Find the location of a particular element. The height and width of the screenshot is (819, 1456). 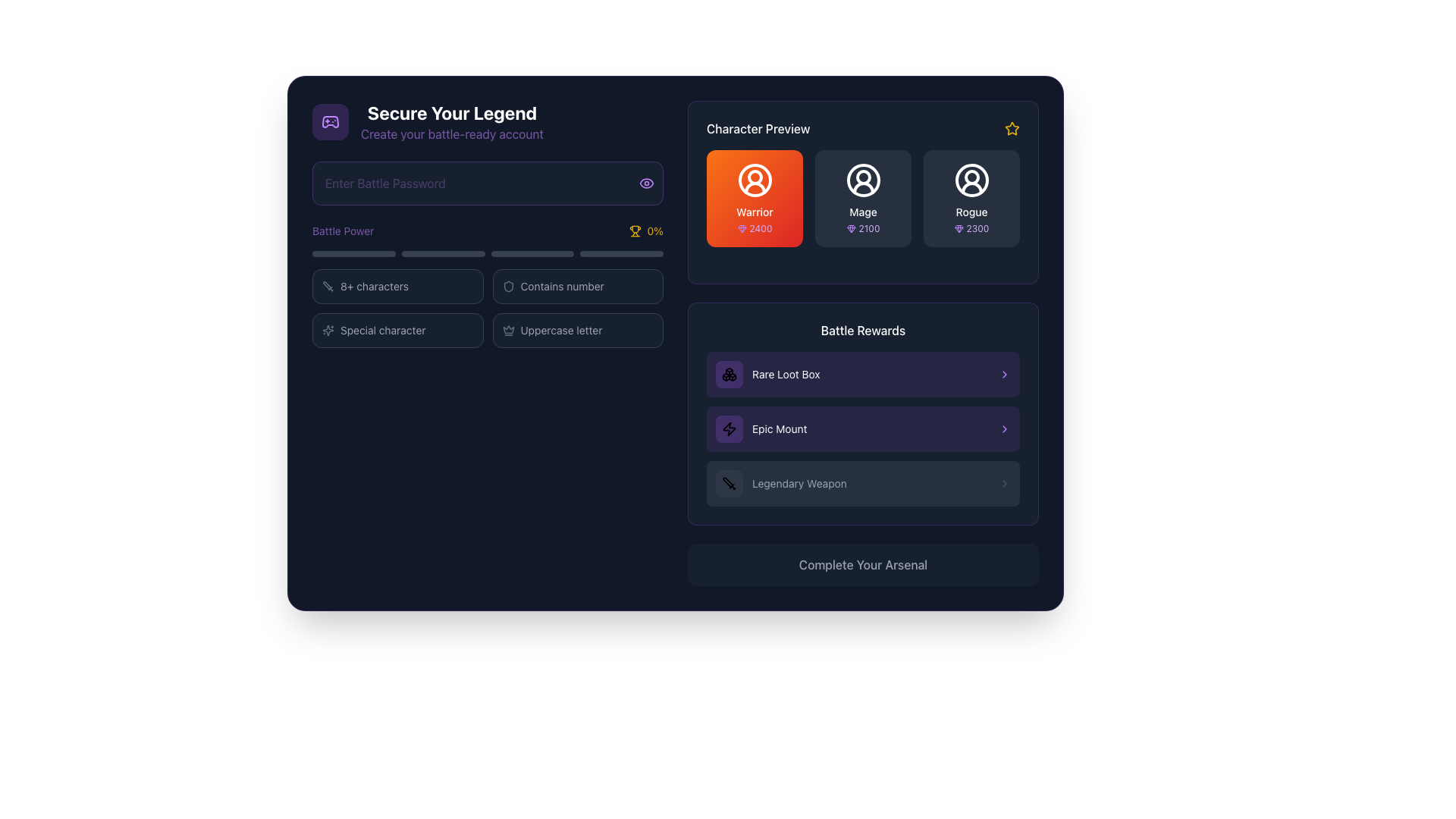

the second item in the vertical list under the 'Battle Rewards' section, which represents the 'Epic Mount' reward option is located at coordinates (863, 429).